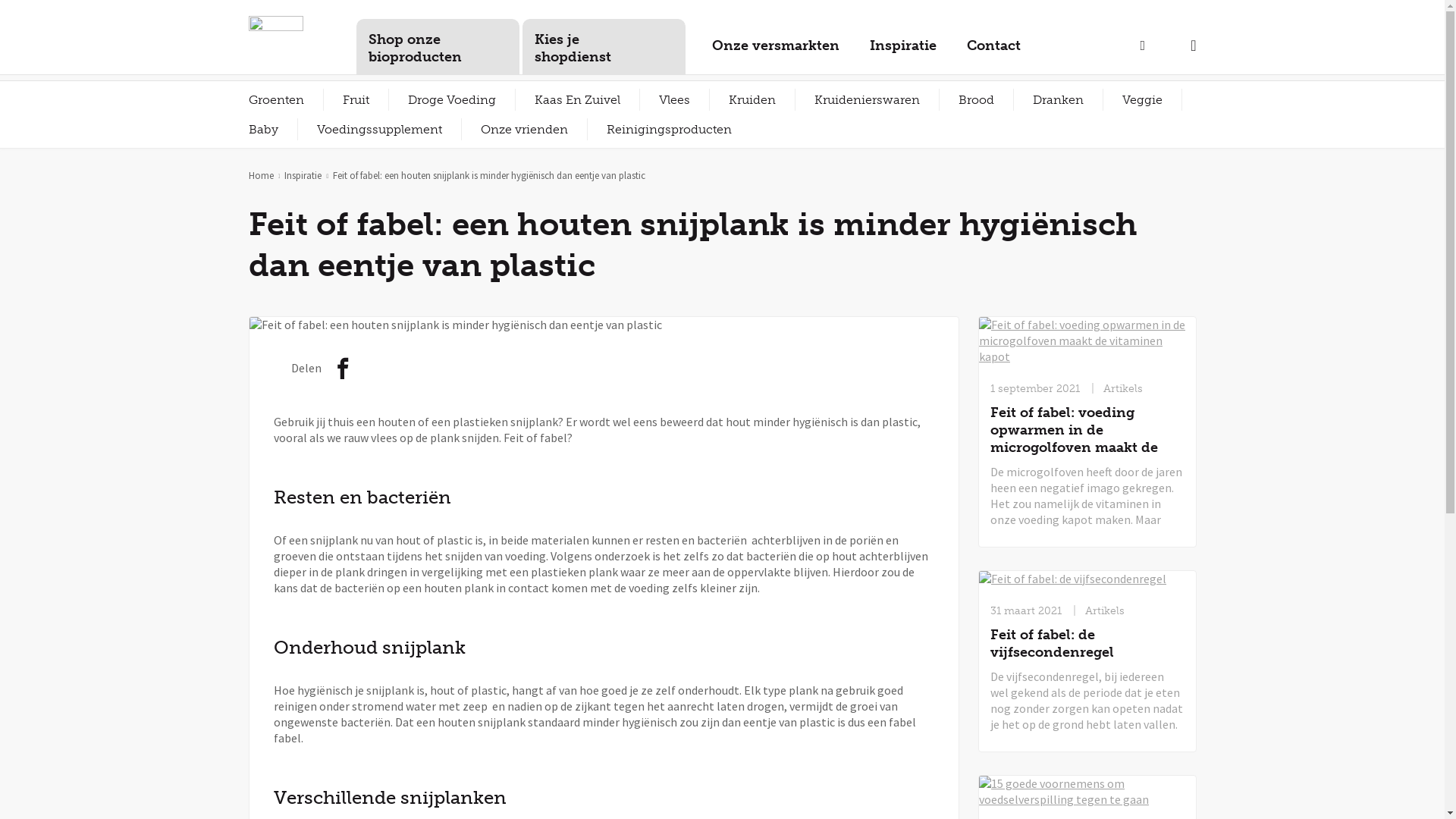 The image size is (1456, 819). I want to click on 'Facebook', so click(343, 371).